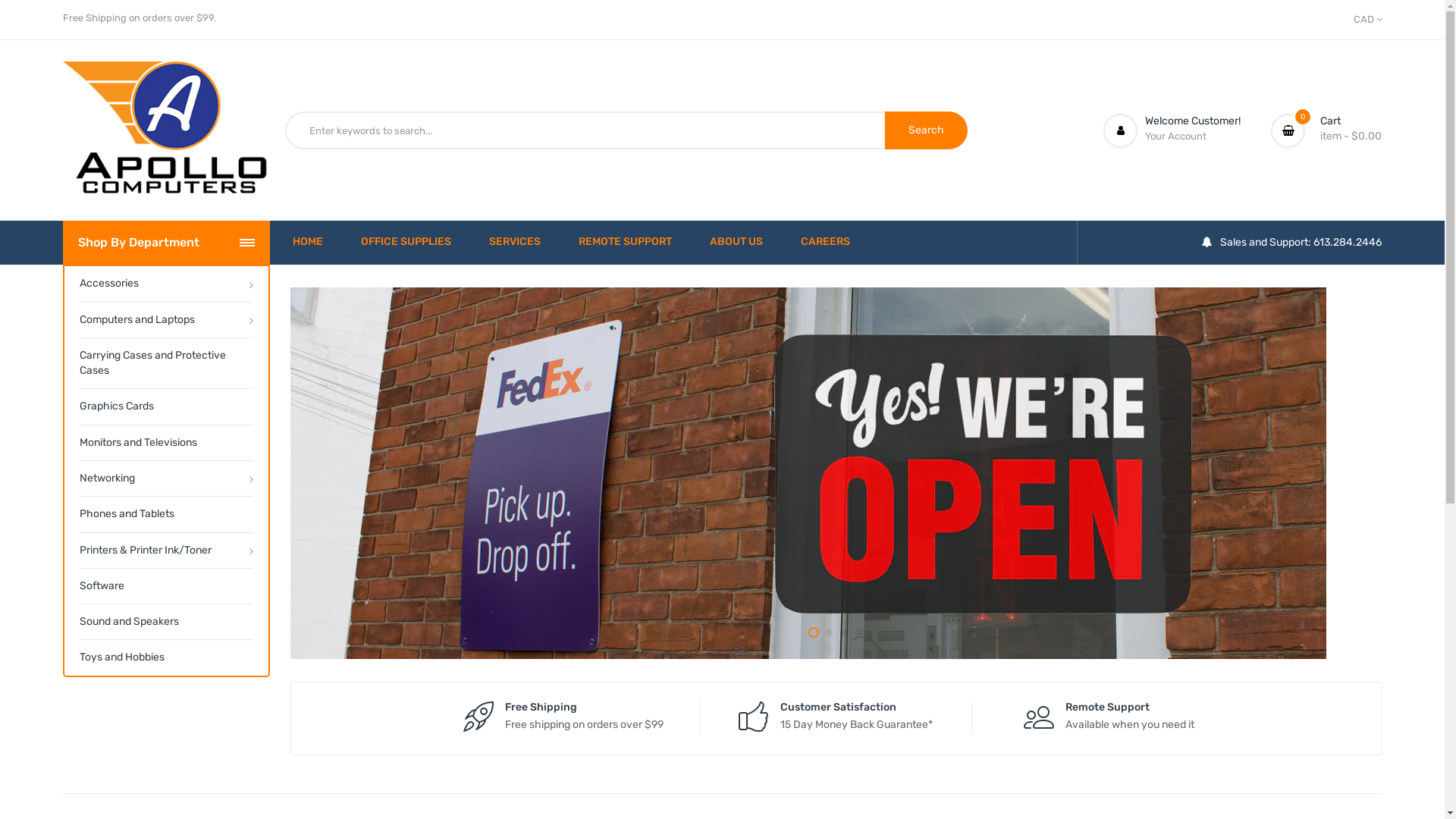 This screenshot has height=819, width=1456. Describe the element at coordinates (165, 621) in the screenshot. I see `'Sound and Speakers'` at that location.